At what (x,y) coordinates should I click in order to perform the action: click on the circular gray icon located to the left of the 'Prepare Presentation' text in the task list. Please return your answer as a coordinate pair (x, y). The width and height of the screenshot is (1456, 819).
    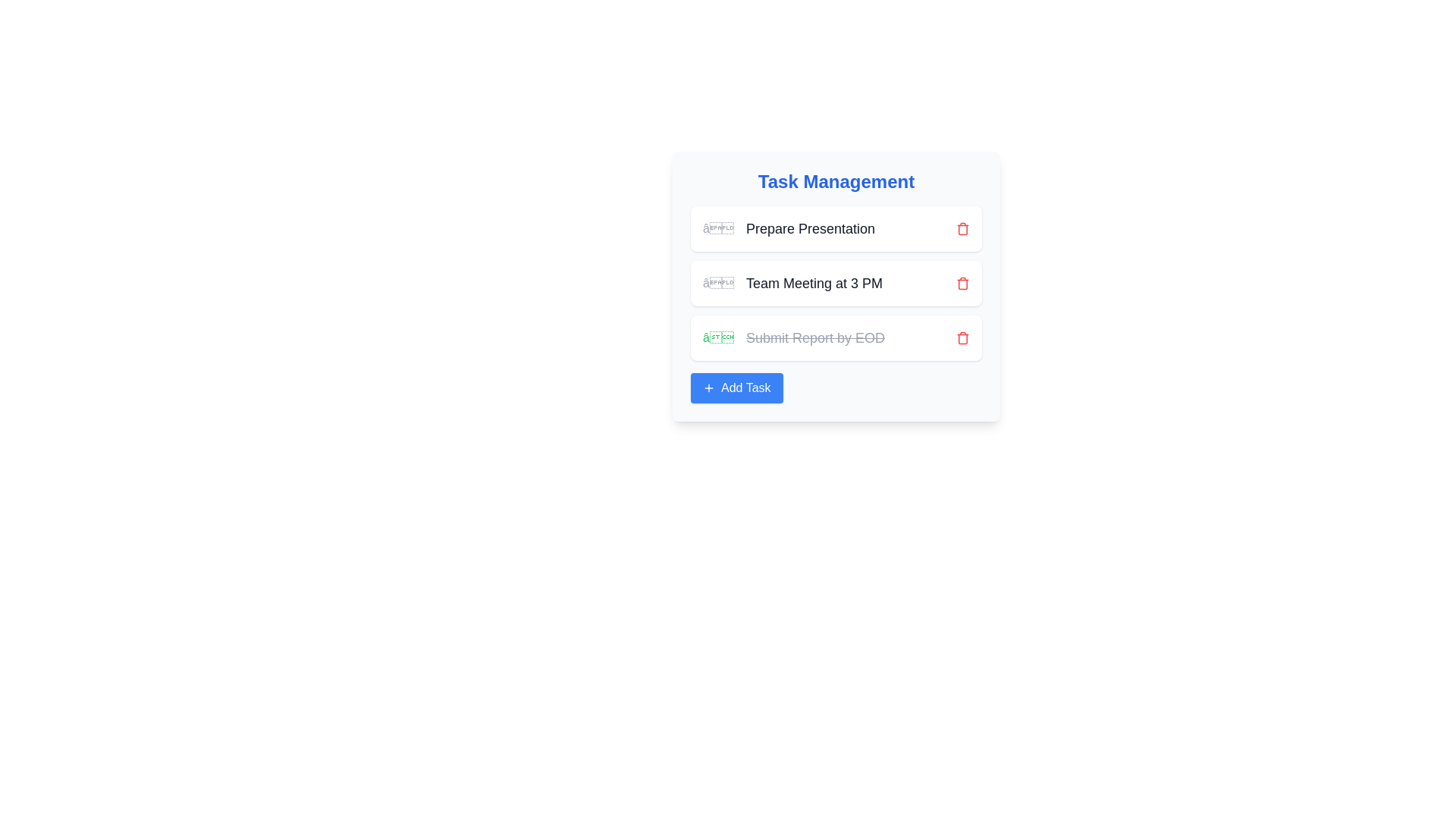
    Looking at the image, I should click on (717, 228).